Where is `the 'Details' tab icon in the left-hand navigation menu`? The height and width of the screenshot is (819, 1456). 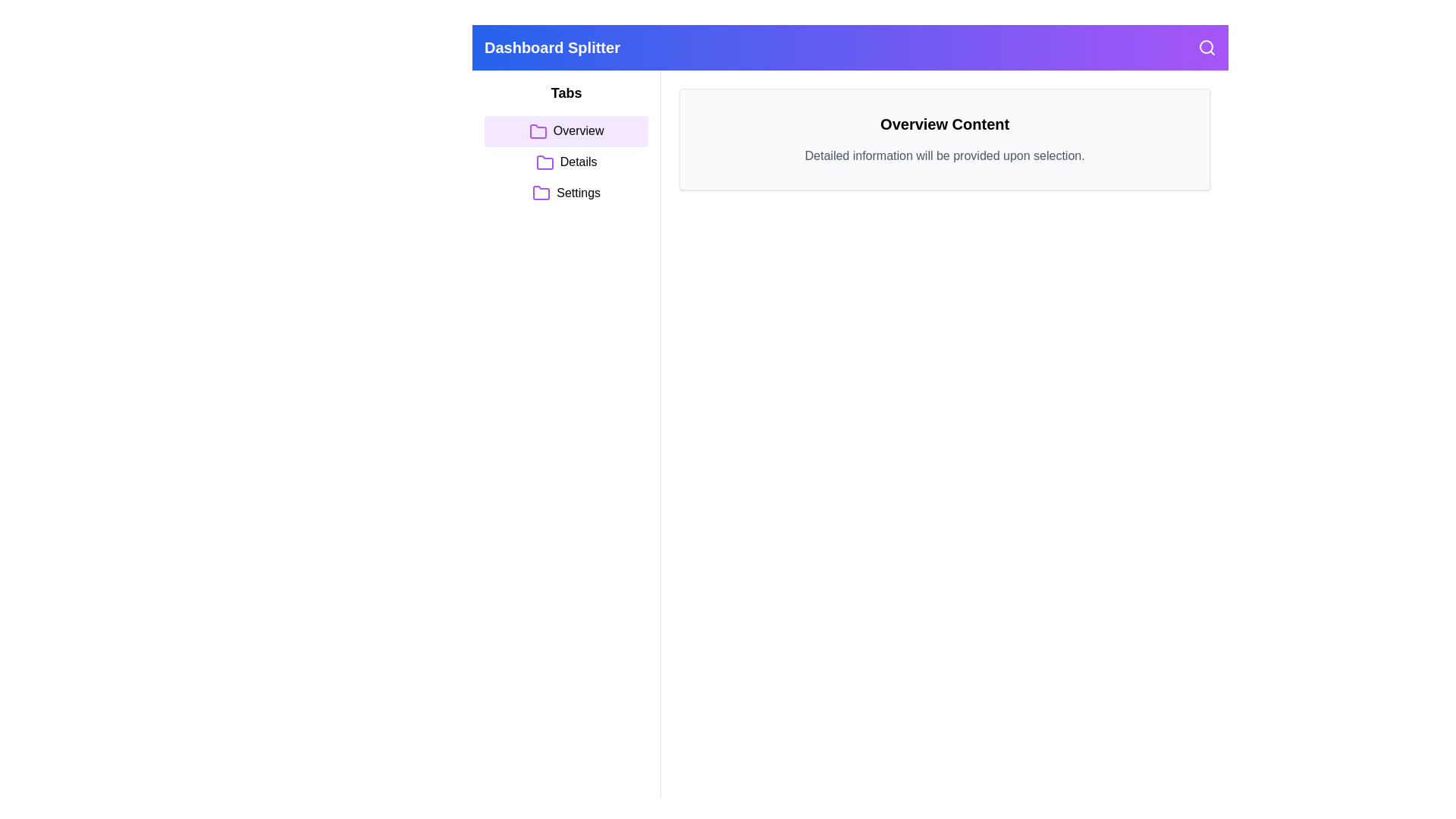
the 'Details' tab icon in the left-hand navigation menu is located at coordinates (544, 162).